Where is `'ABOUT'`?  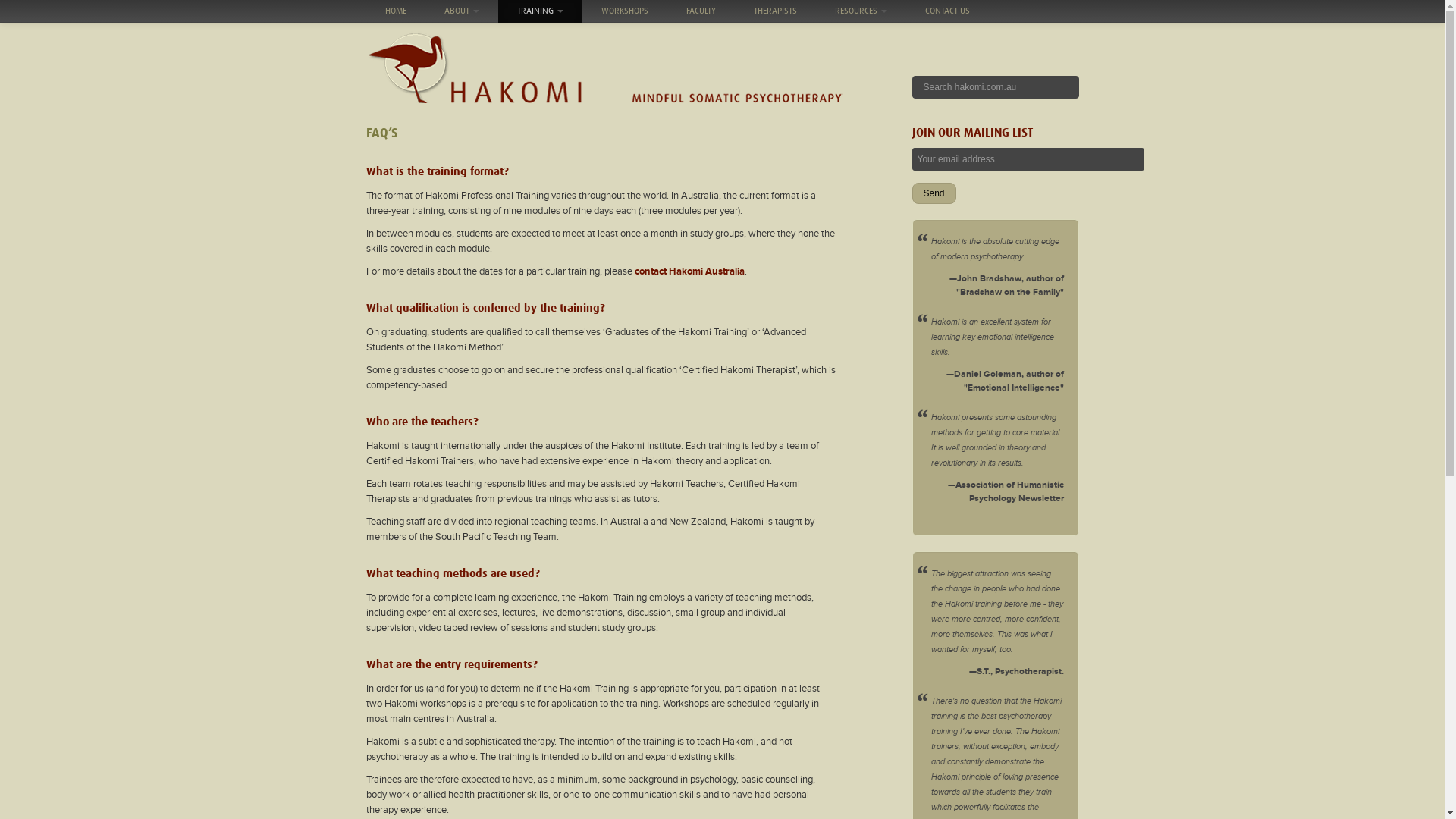
'ABOUT' is located at coordinates (460, 11).